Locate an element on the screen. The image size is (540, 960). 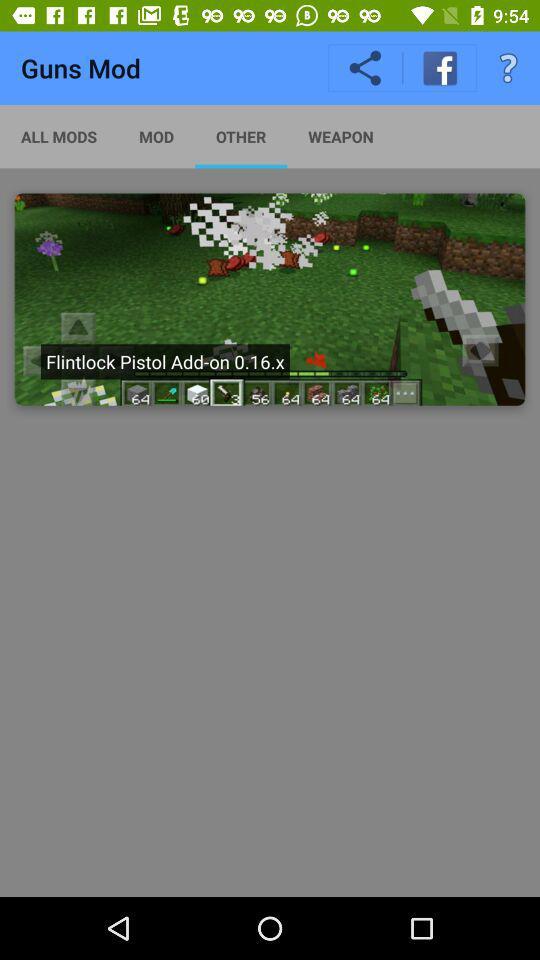
addon is located at coordinates (270, 298).